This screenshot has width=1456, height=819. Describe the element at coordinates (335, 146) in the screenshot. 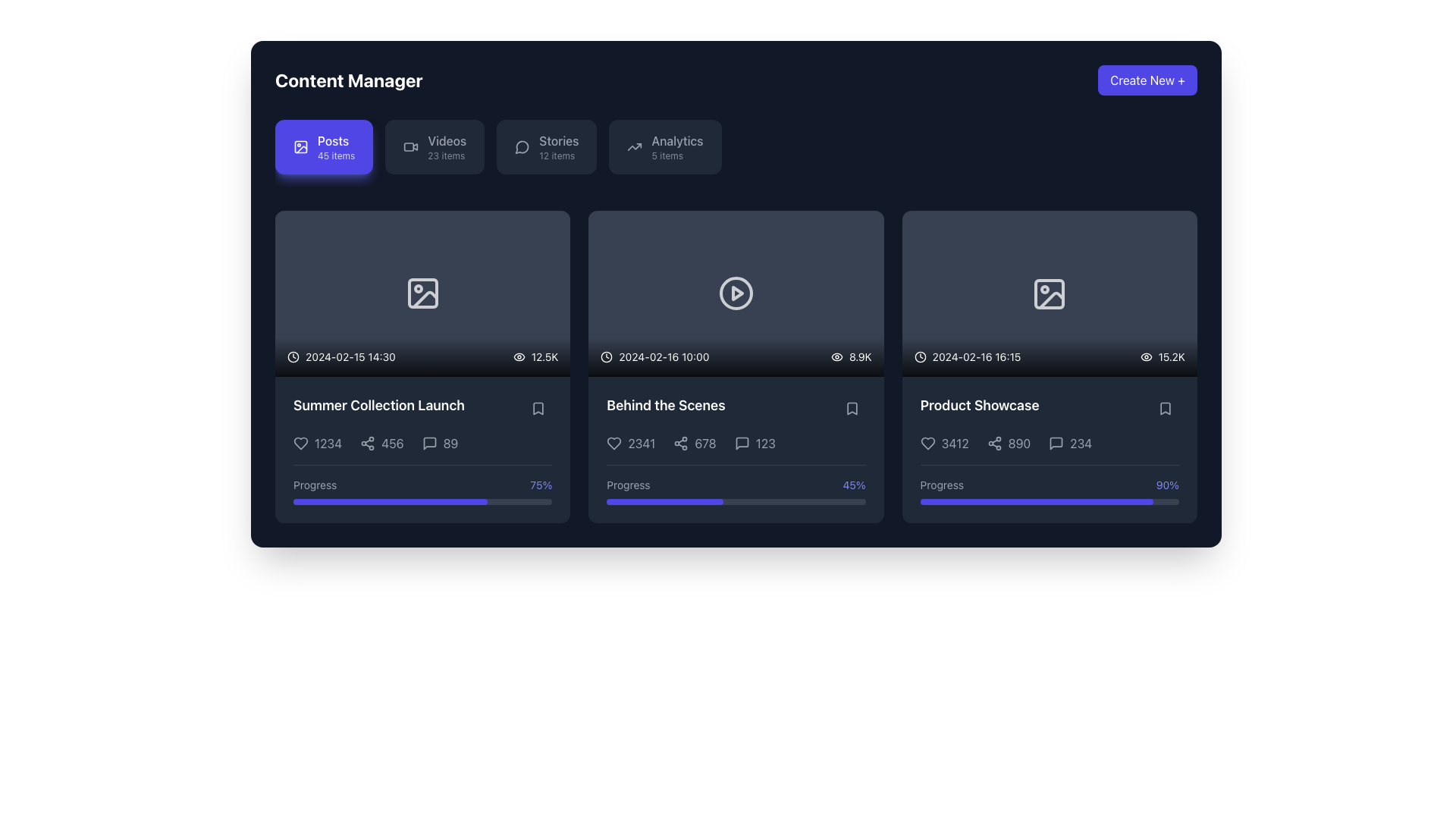

I see `the metadata display for the 'Posts' category, which shows a count of 45 items, located in the upper-left area of the interface, inside the first rectangular button of a horizontal menu` at that location.